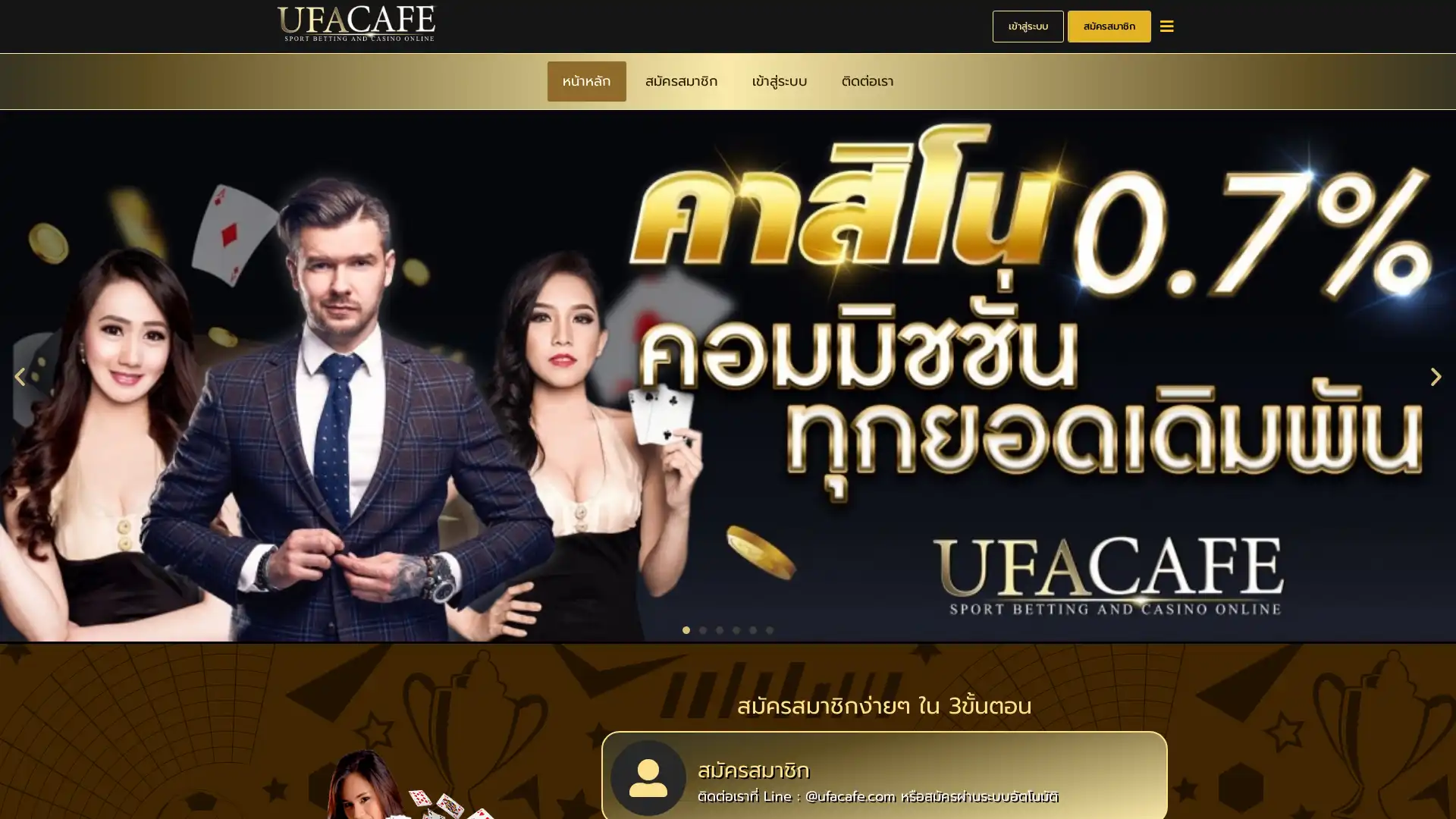 The width and height of the screenshot is (1456, 819). I want to click on Go to slide 5, so click(753, 628).